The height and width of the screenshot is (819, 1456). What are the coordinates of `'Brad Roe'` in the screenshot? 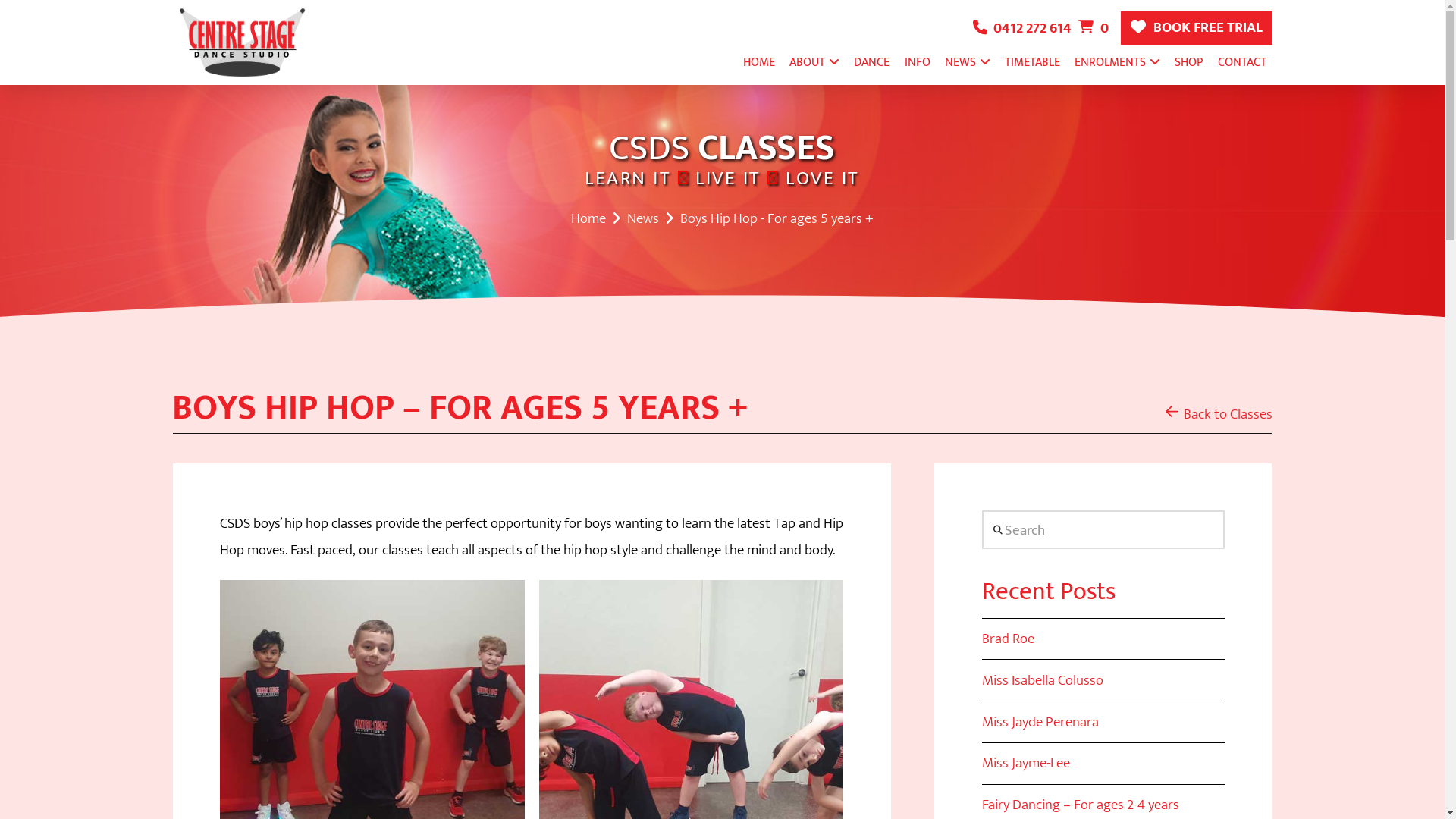 It's located at (1008, 638).